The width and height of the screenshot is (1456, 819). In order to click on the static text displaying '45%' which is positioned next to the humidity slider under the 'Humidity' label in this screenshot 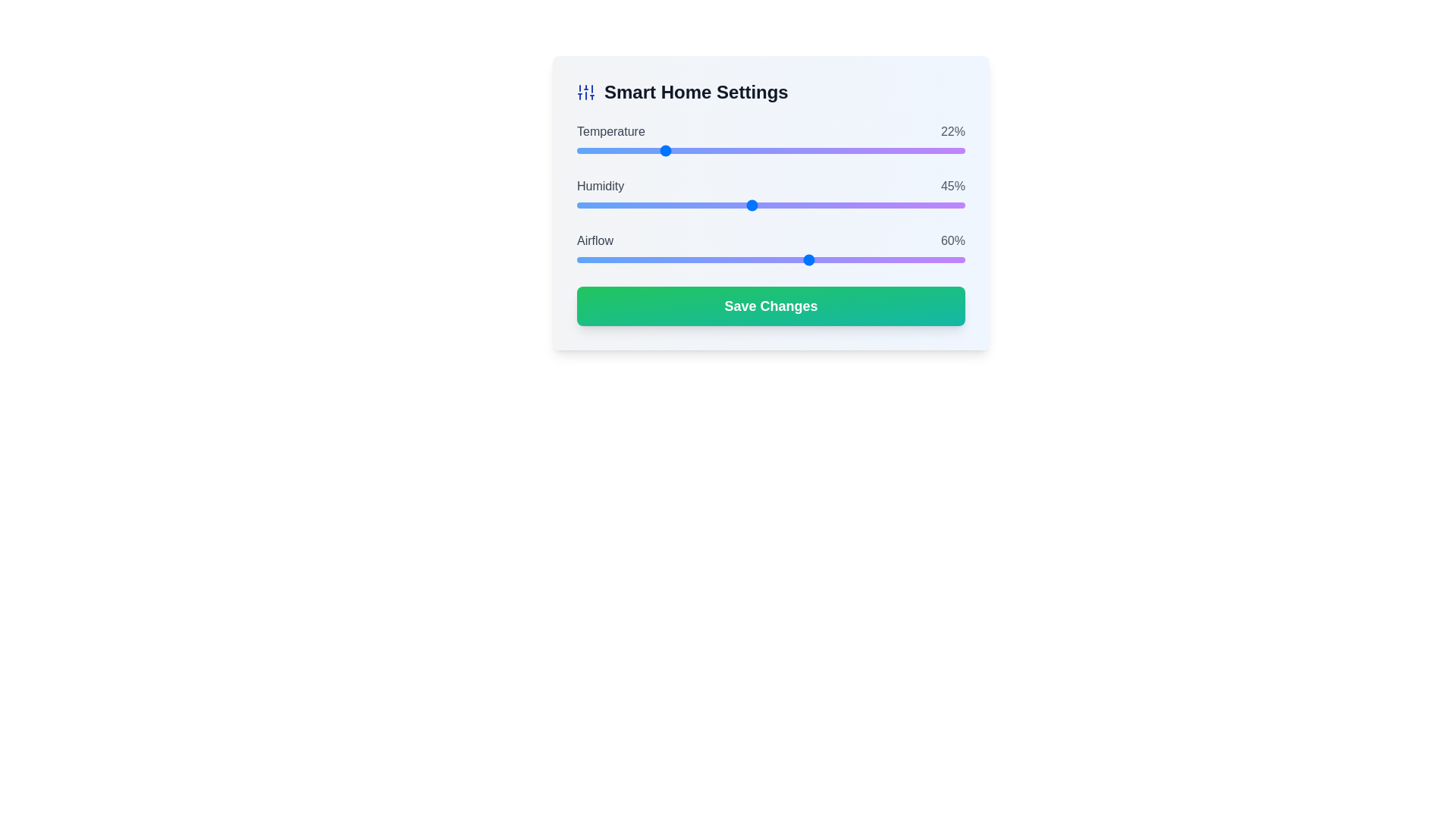, I will do `click(952, 186)`.